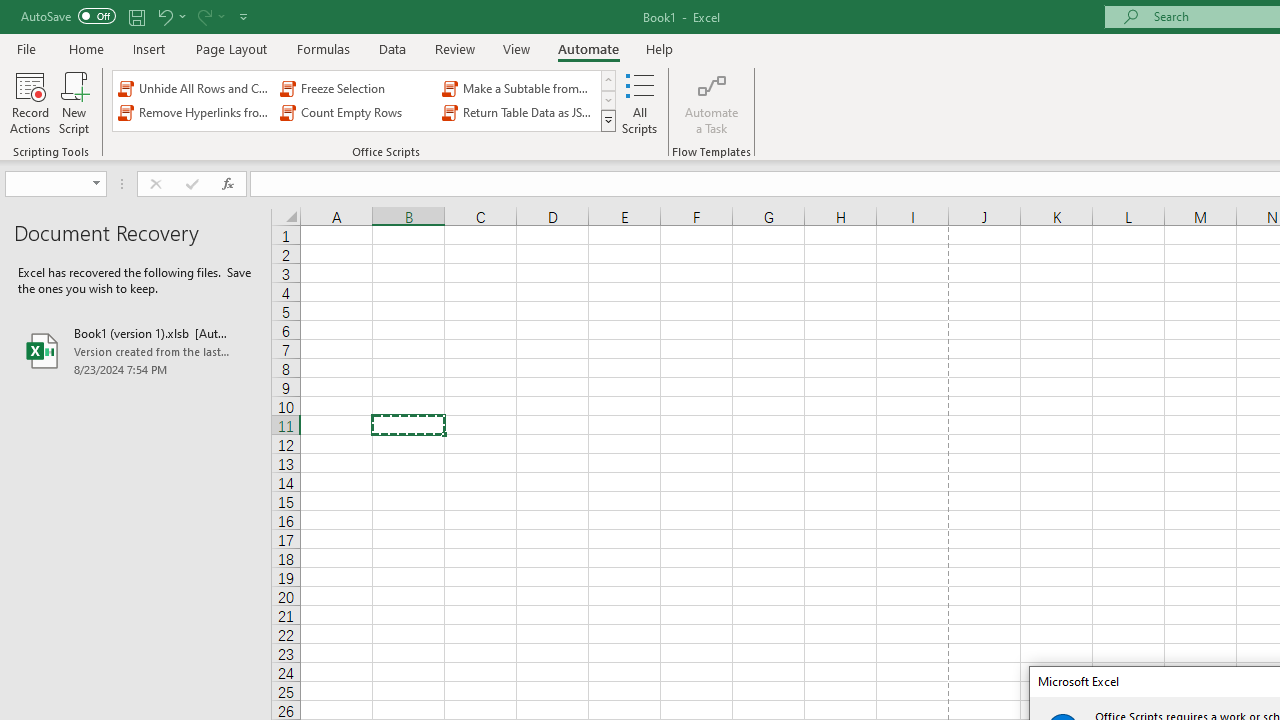 This screenshot has width=1280, height=720. Describe the element at coordinates (607, 79) in the screenshot. I see `'Row up'` at that location.